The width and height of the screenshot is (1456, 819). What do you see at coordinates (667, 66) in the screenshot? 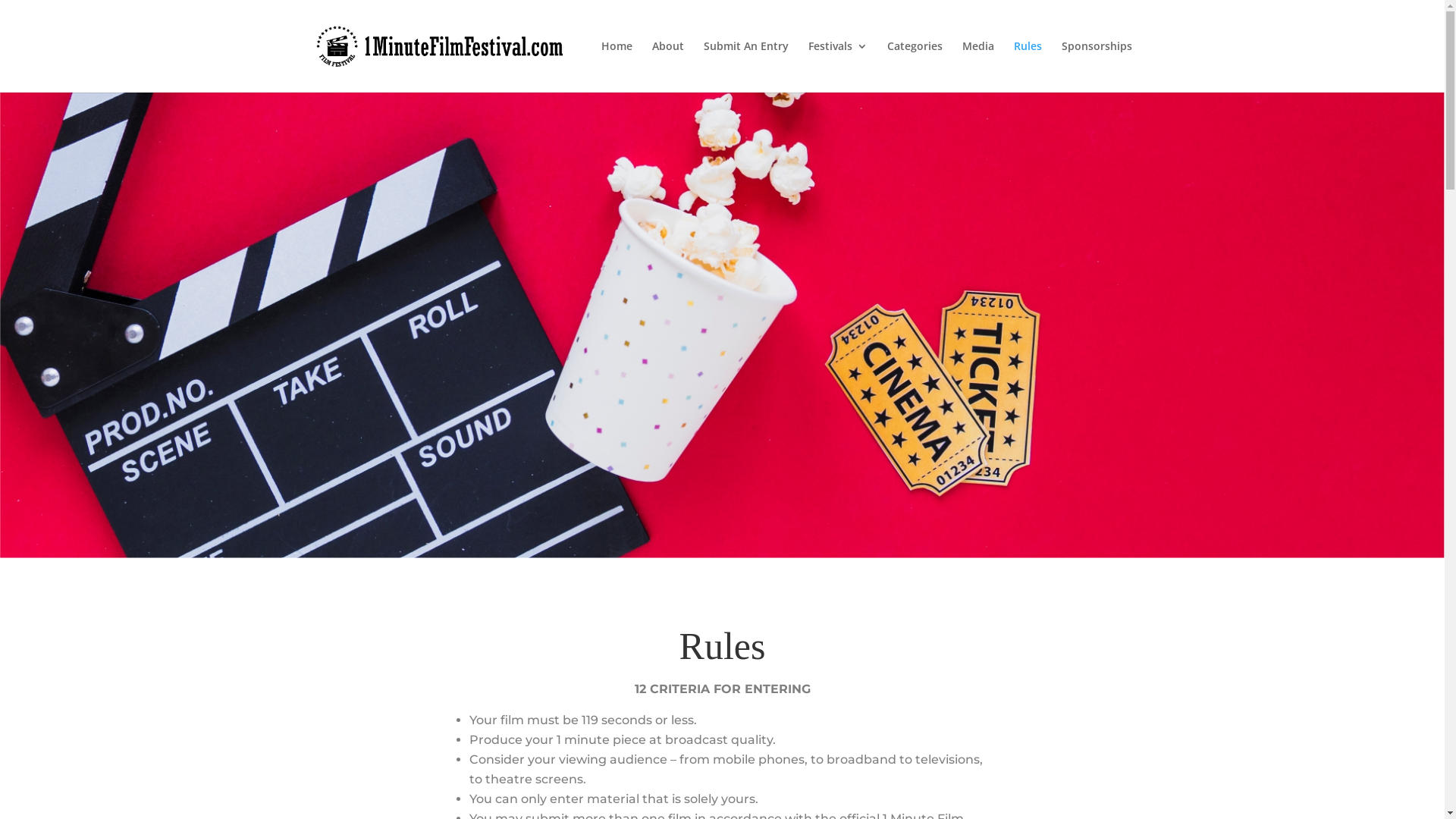
I see `'About'` at bounding box center [667, 66].